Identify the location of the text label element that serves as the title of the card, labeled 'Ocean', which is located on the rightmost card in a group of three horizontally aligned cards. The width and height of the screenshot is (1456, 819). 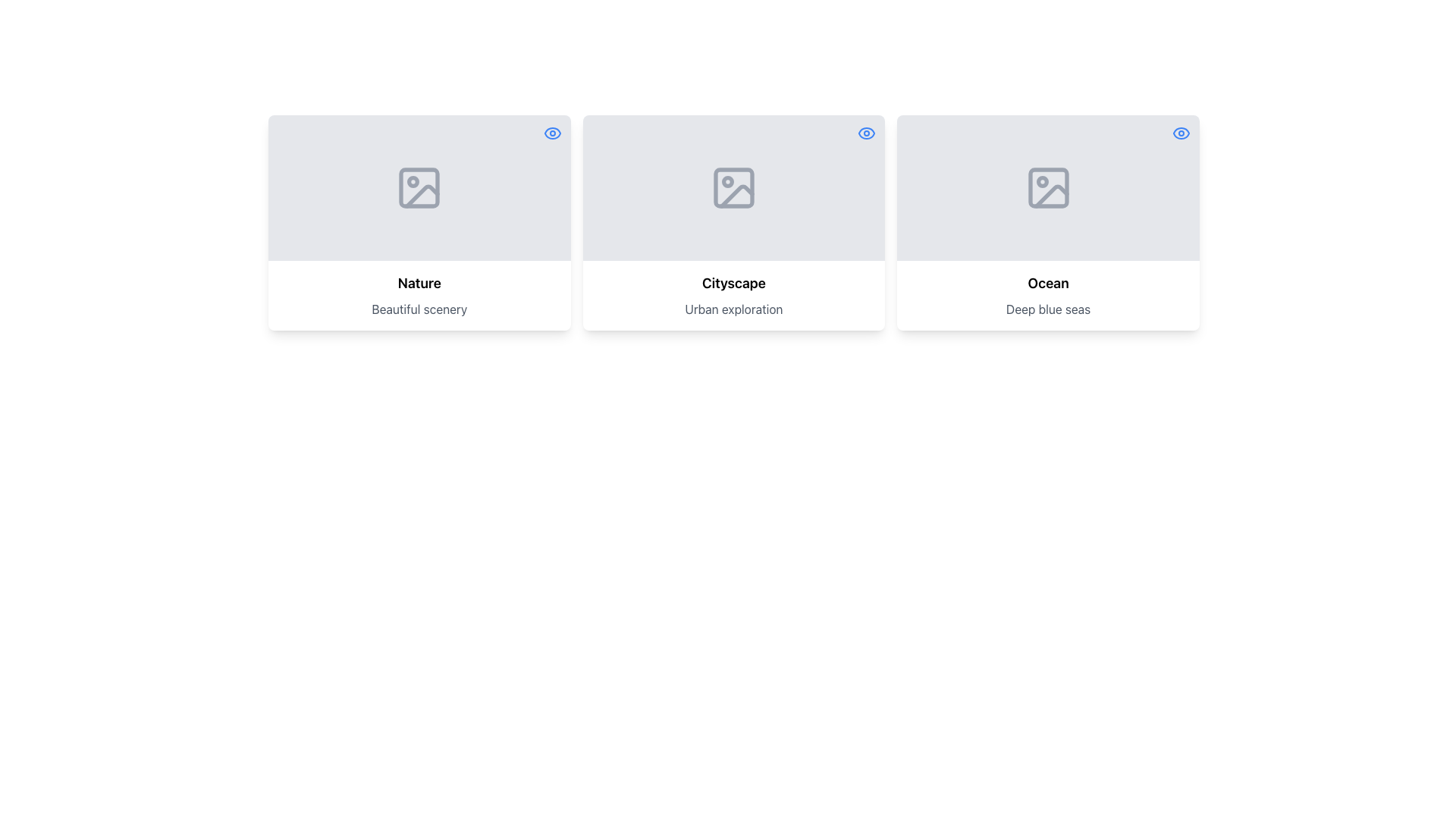
(1047, 284).